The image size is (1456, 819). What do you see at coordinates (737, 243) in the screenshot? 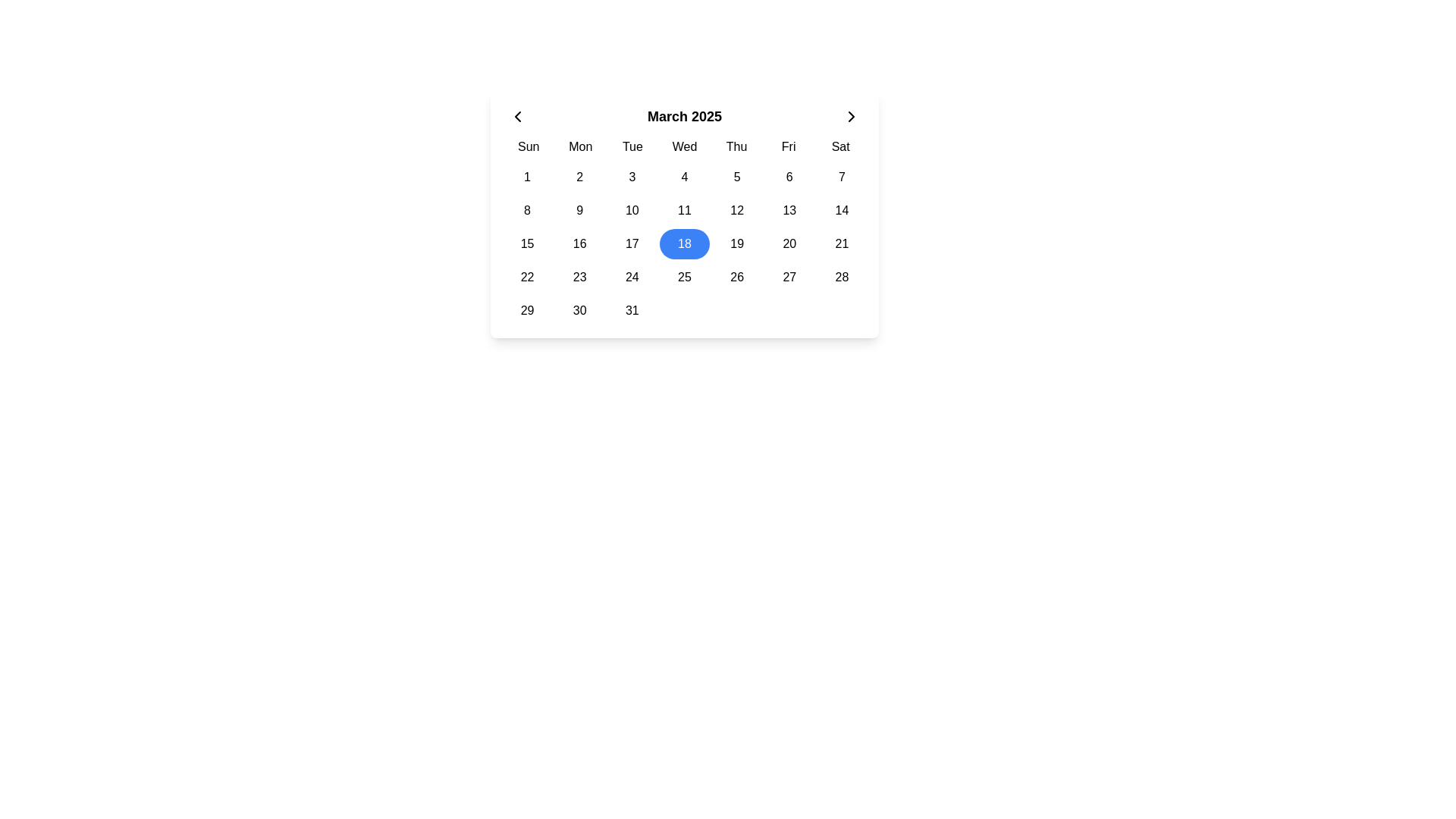
I see `the calendar day button located` at bounding box center [737, 243].